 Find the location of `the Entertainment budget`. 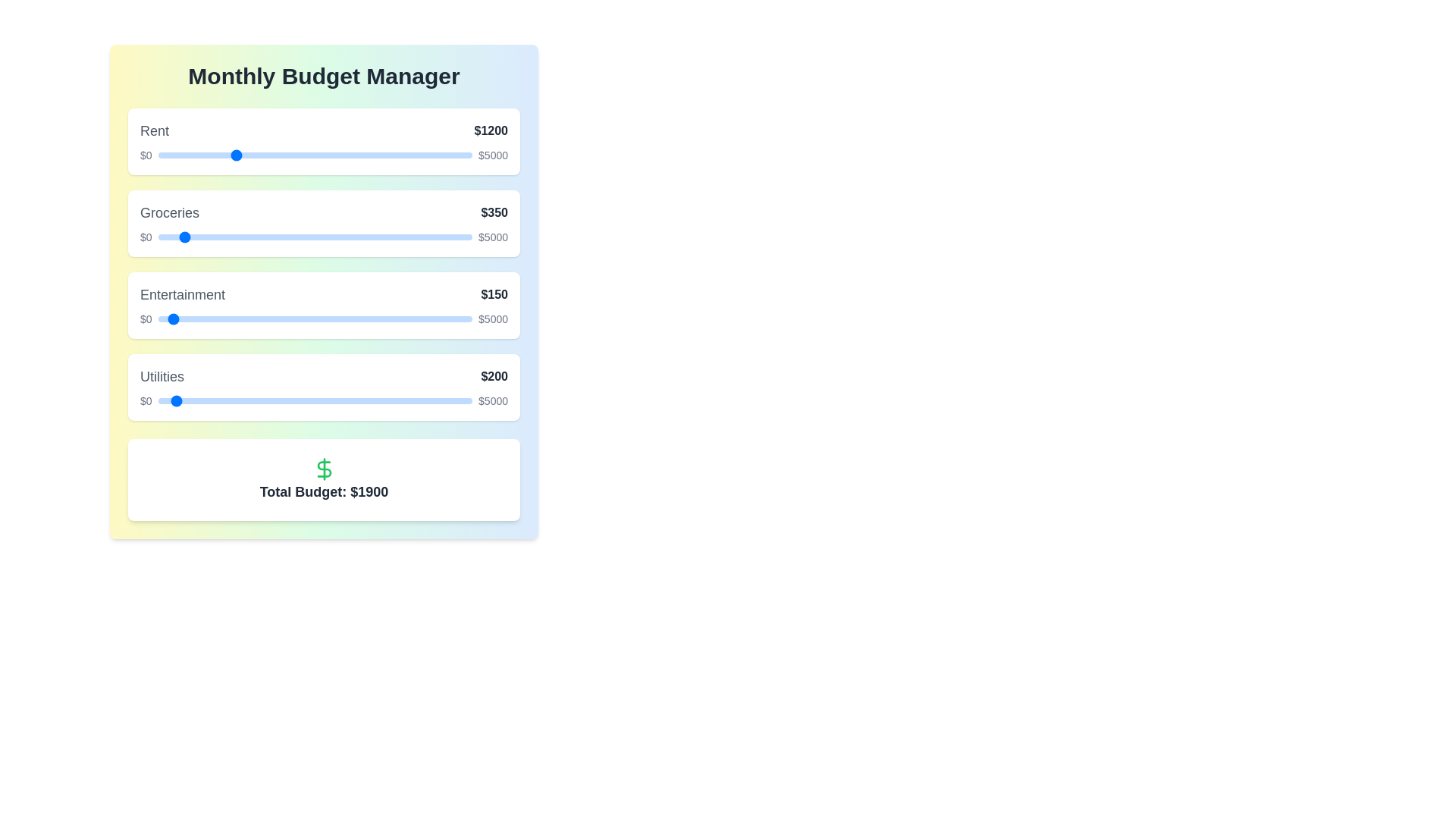

the Entertainment budget is located at coordinates (292, 318).